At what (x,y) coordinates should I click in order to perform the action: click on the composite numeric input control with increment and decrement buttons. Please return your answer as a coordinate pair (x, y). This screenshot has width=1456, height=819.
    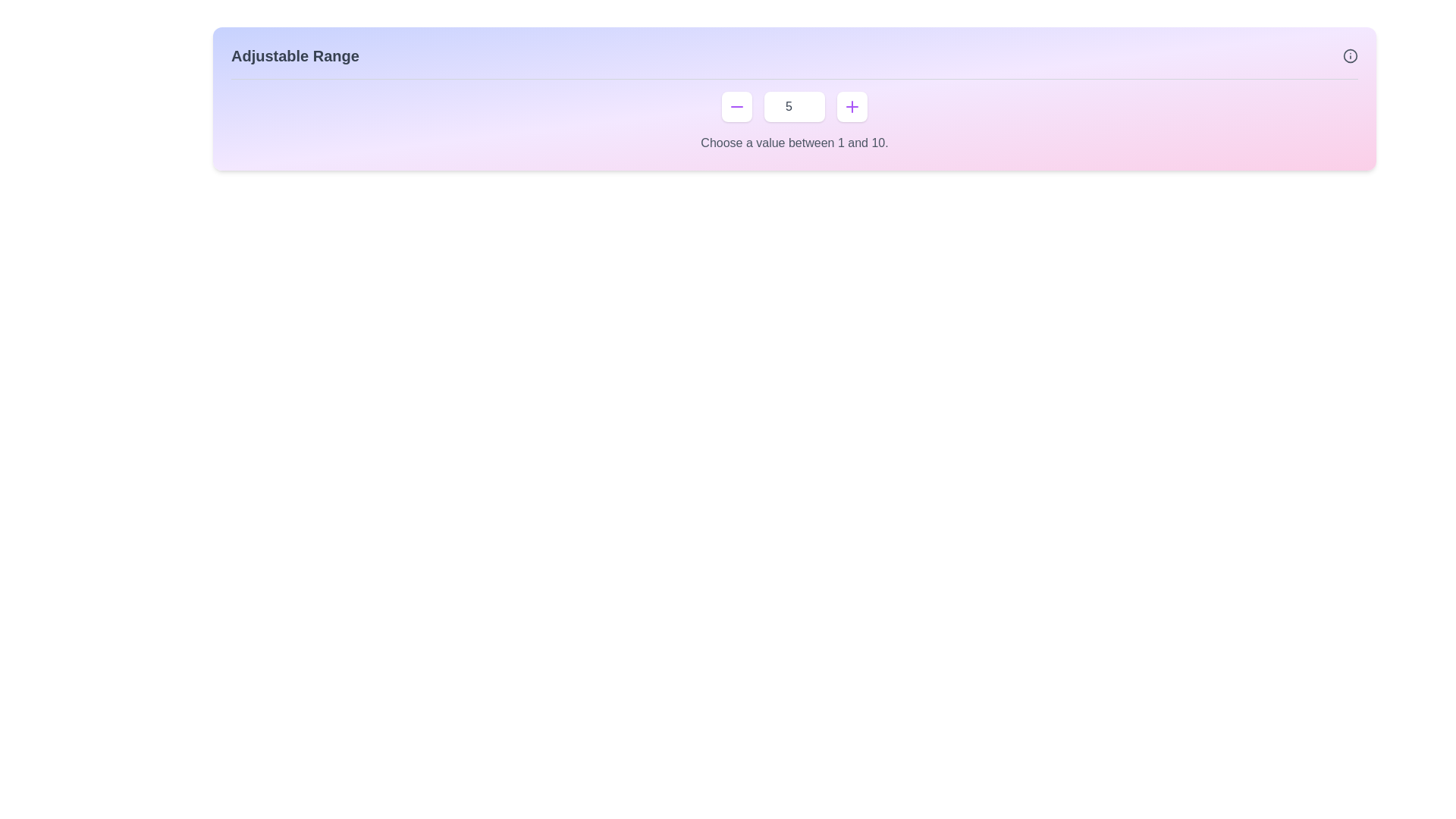
    Looking at the image, I should click on (793, 121).